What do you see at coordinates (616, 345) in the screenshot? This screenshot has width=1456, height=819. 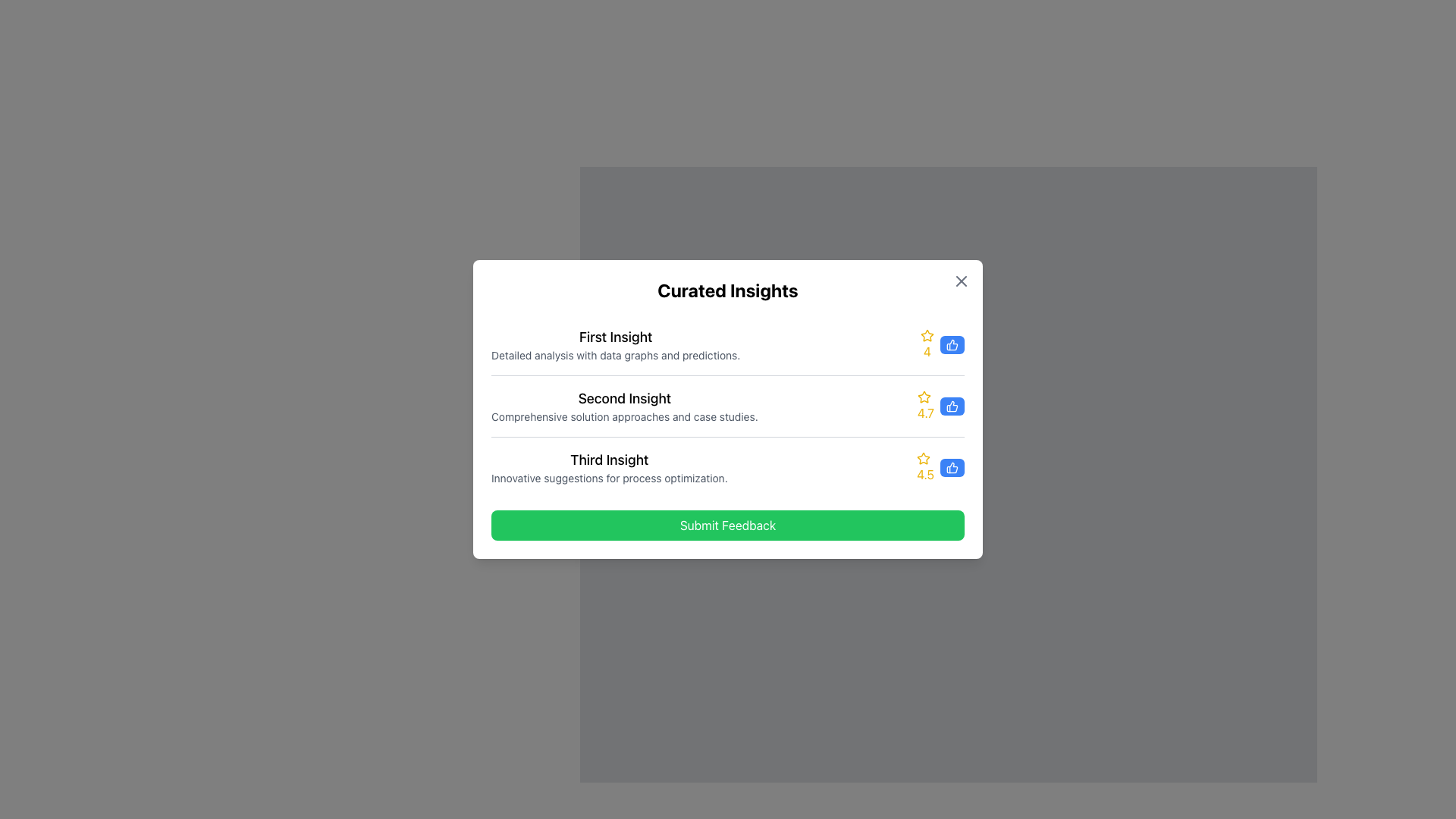 I see `the text in the Text Block that provides a heading and descriptive information about the first insight in the list within the 'Curated Insights' modal dialog` at bounding box center [616, 345].